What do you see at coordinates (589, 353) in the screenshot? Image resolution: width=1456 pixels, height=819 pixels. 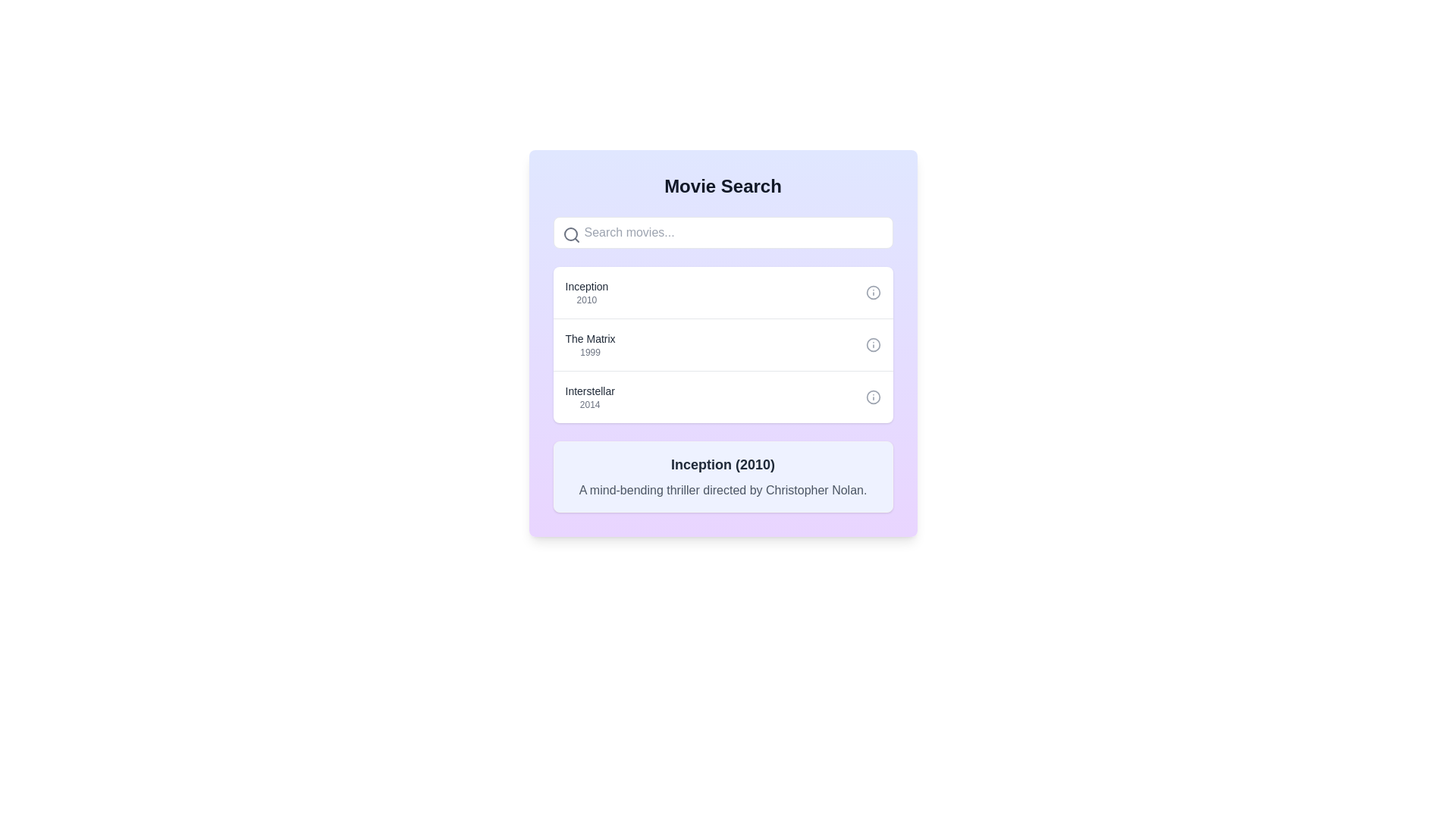 I see `the small, gray-text numerical label displaying '1999' located under the title 'The Matrix' in the second card of the movie list` at bounding box center [589, 353].